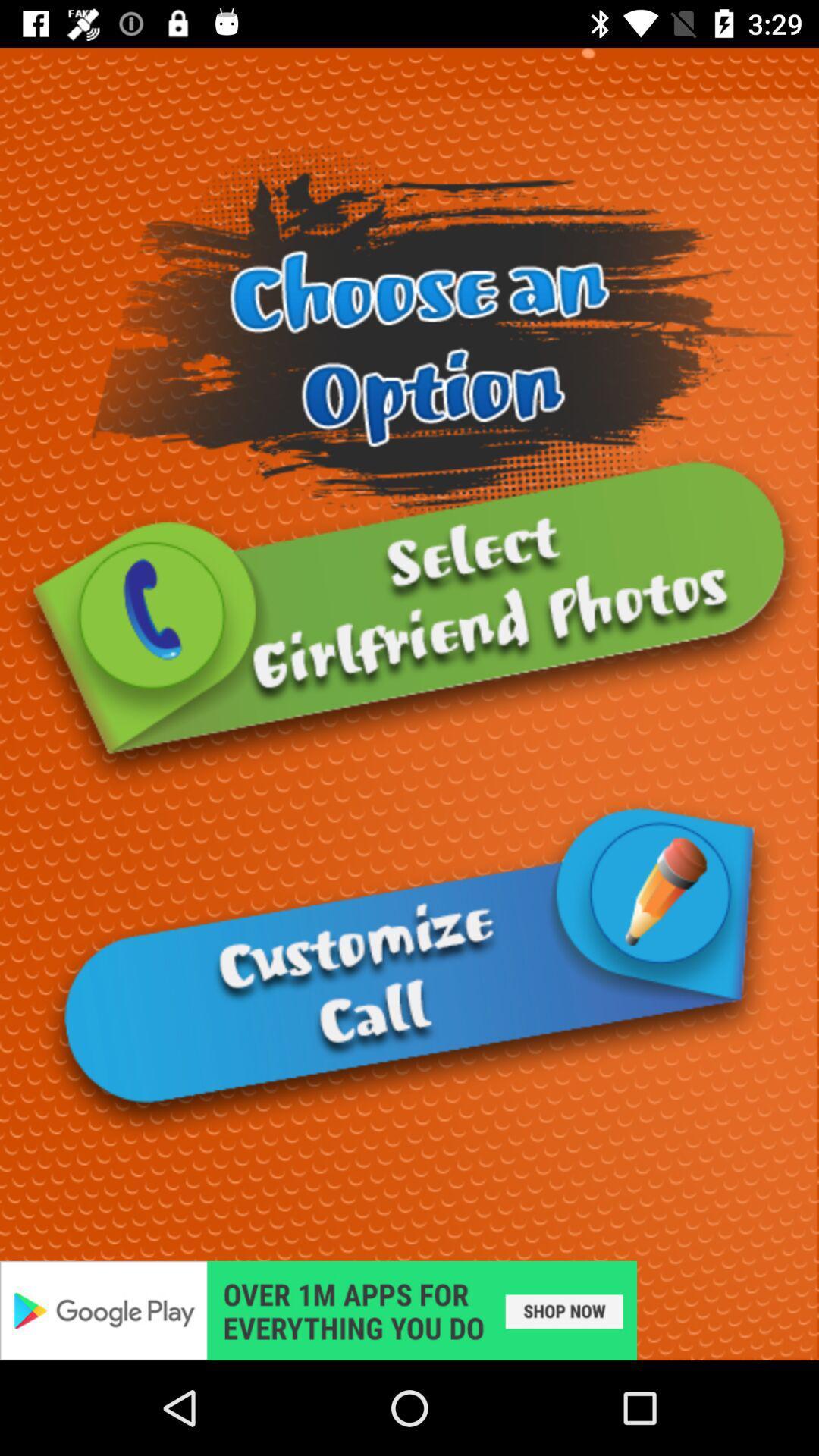  Describe the element at coordinates (409, 622) in the screenshot. I see `choose button` at that location.